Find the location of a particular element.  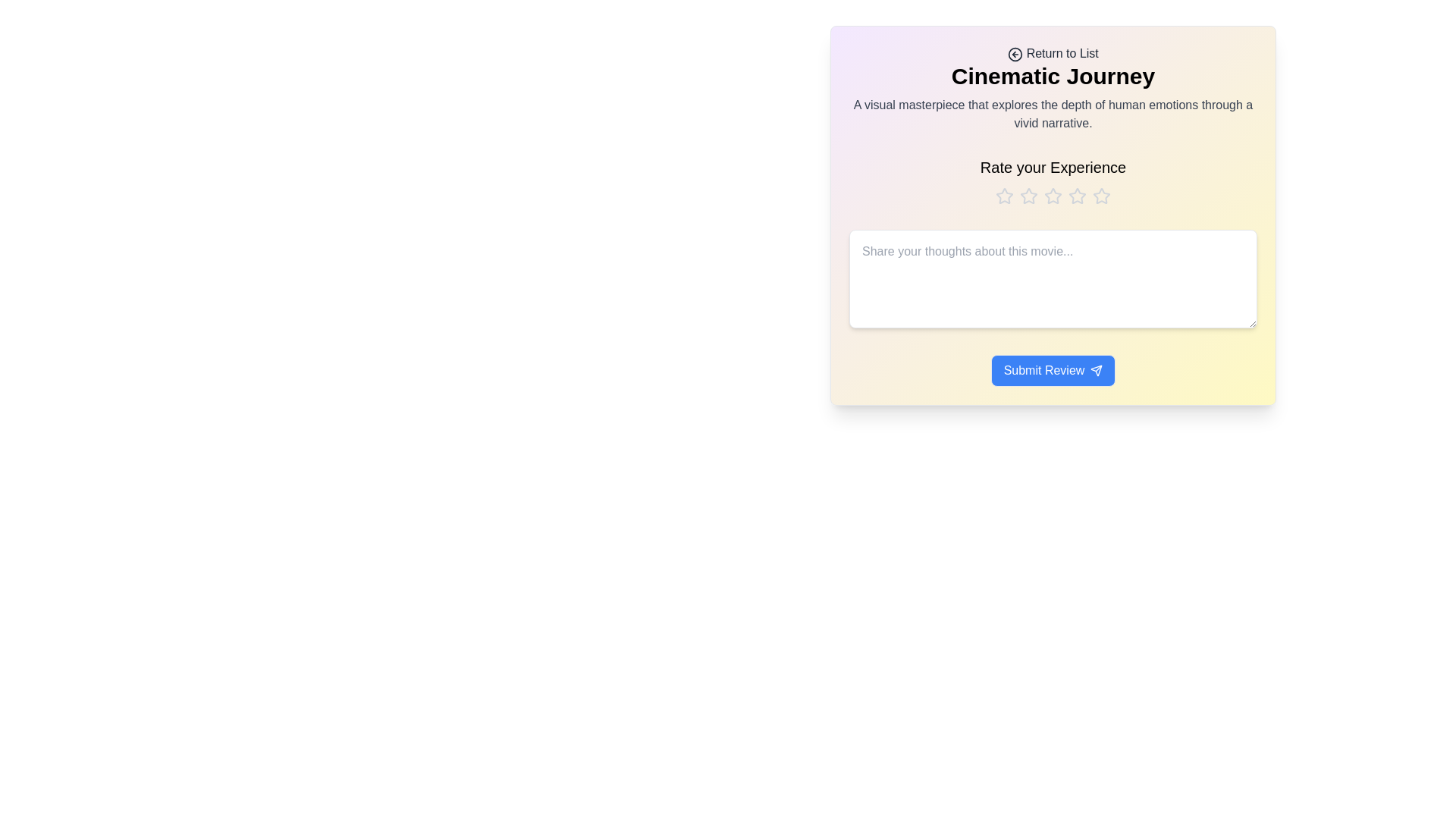

the Icon Button representing a 2-star rating in a 5-star rating system is located at coordinates (1029, 195).